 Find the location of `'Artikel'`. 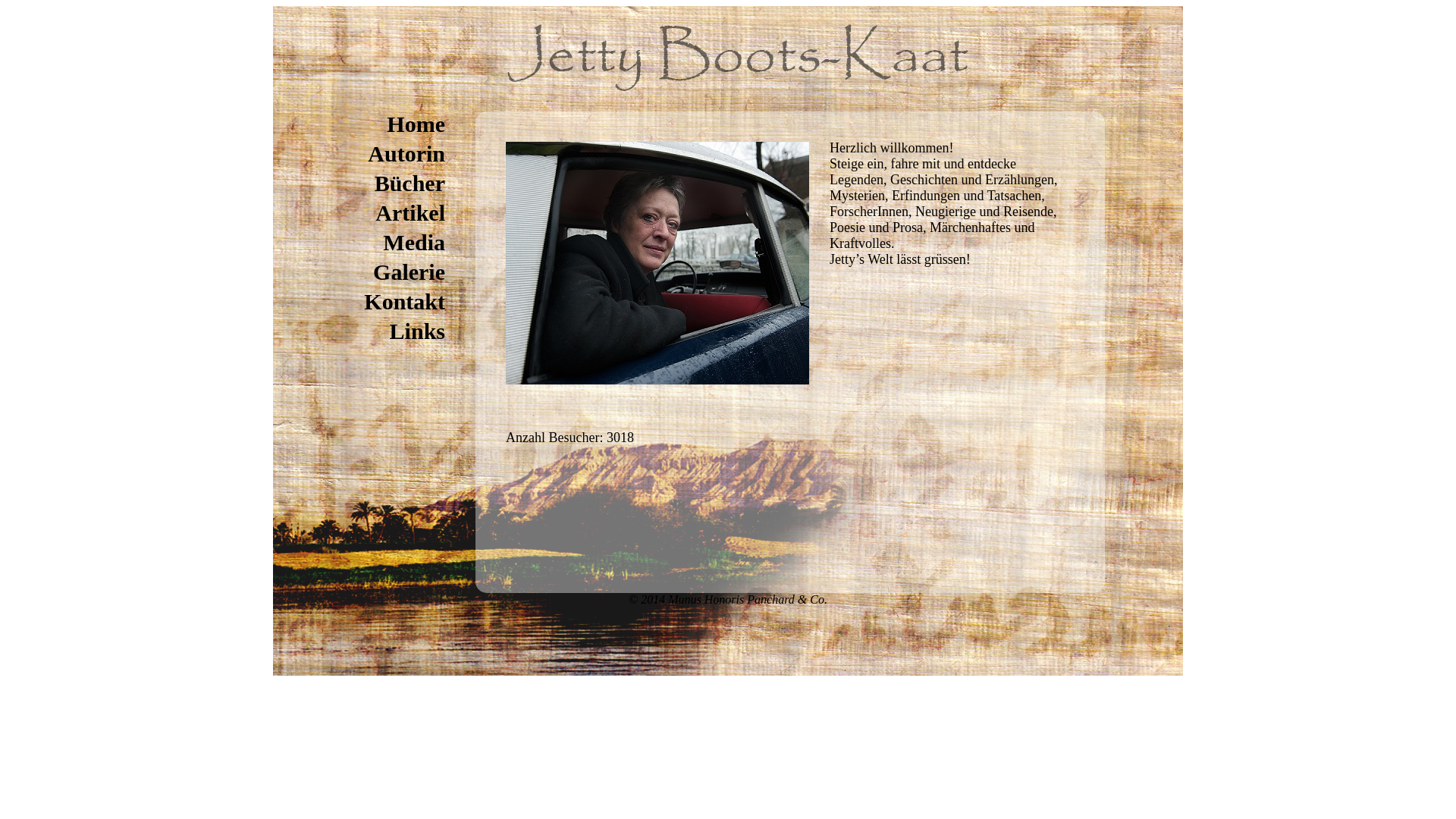

'Artikel' is located at coordinates (375, 212).